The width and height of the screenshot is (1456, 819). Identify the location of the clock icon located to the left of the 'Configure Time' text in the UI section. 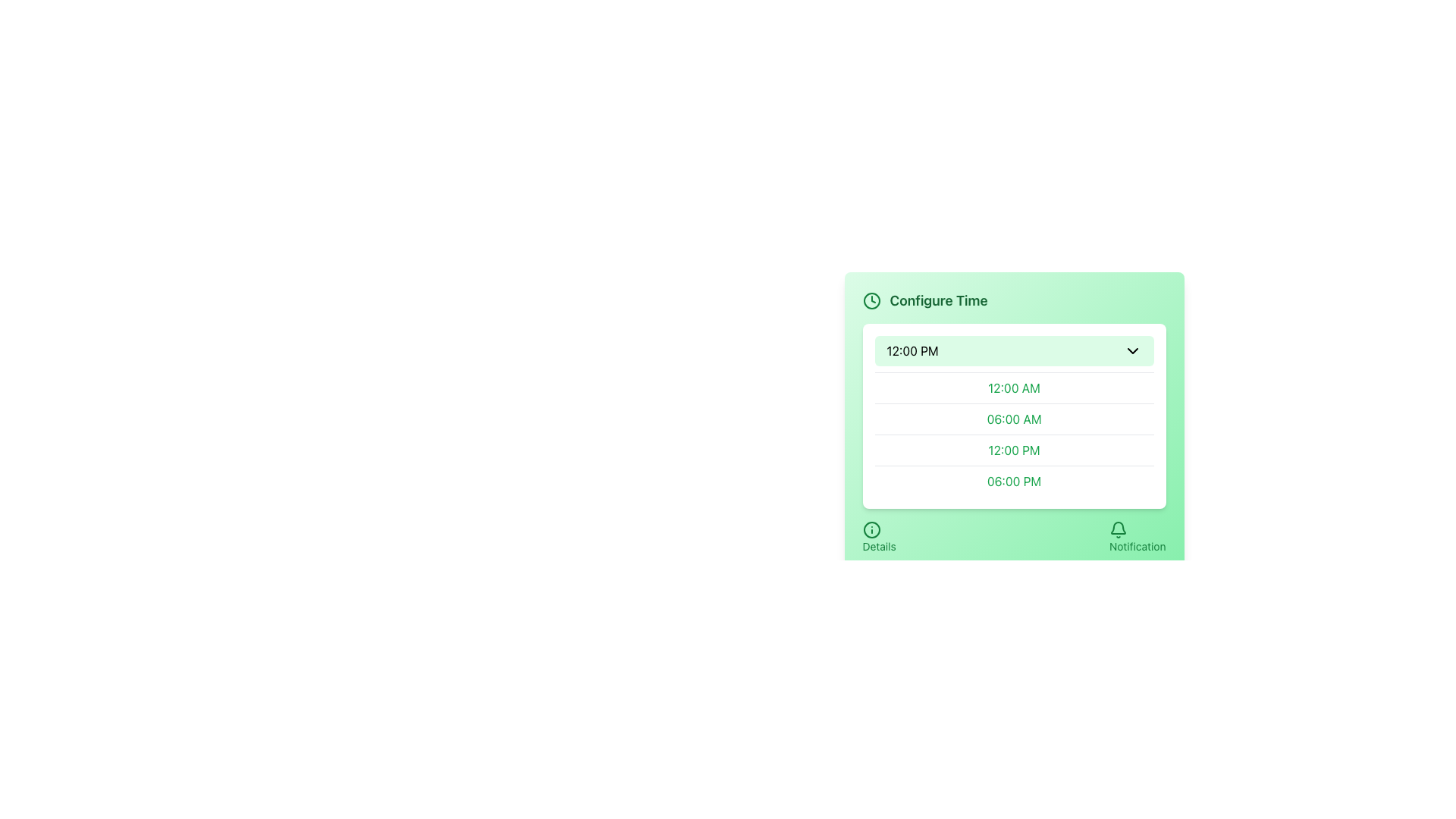
(871, 301).